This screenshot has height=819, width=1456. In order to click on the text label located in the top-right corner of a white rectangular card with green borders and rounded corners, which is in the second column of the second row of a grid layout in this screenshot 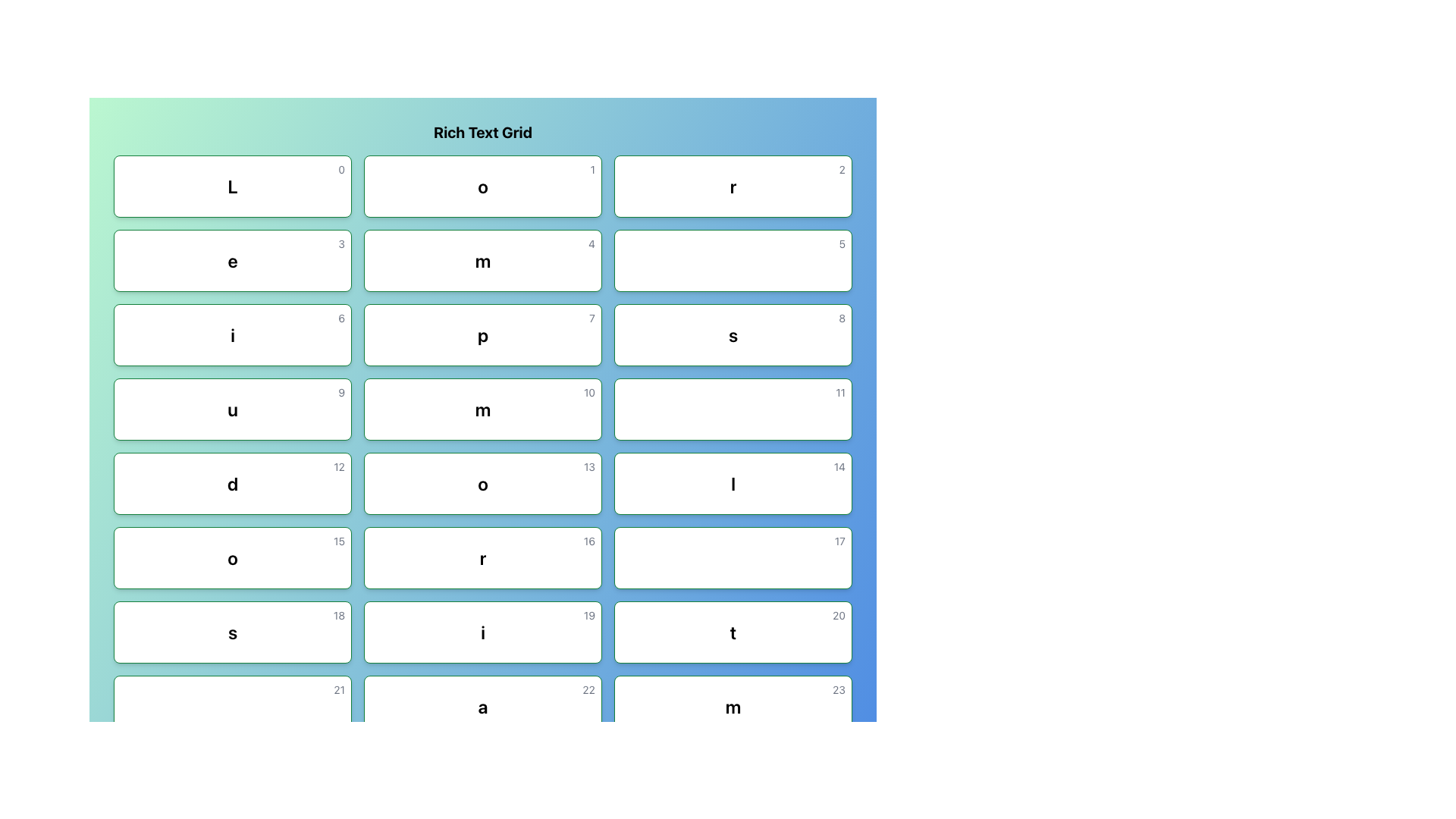, I will do `click(841, 243)`.